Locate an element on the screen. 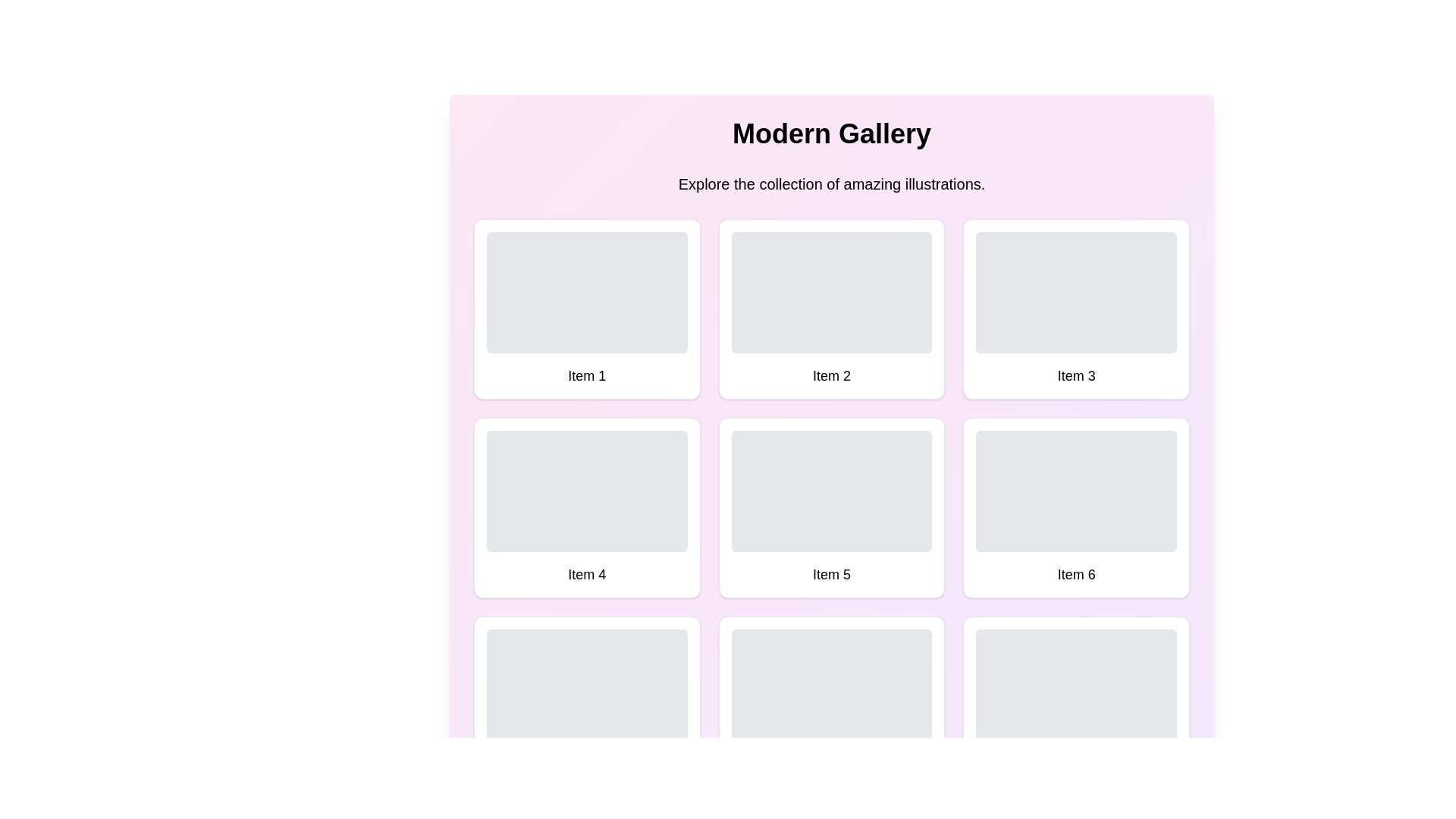  the Text Label displaying 'Explore the collection of amazing illustrations.' which is centrally positioned below the heading 'Modern Gallery' is located at coordinates (831, 184).